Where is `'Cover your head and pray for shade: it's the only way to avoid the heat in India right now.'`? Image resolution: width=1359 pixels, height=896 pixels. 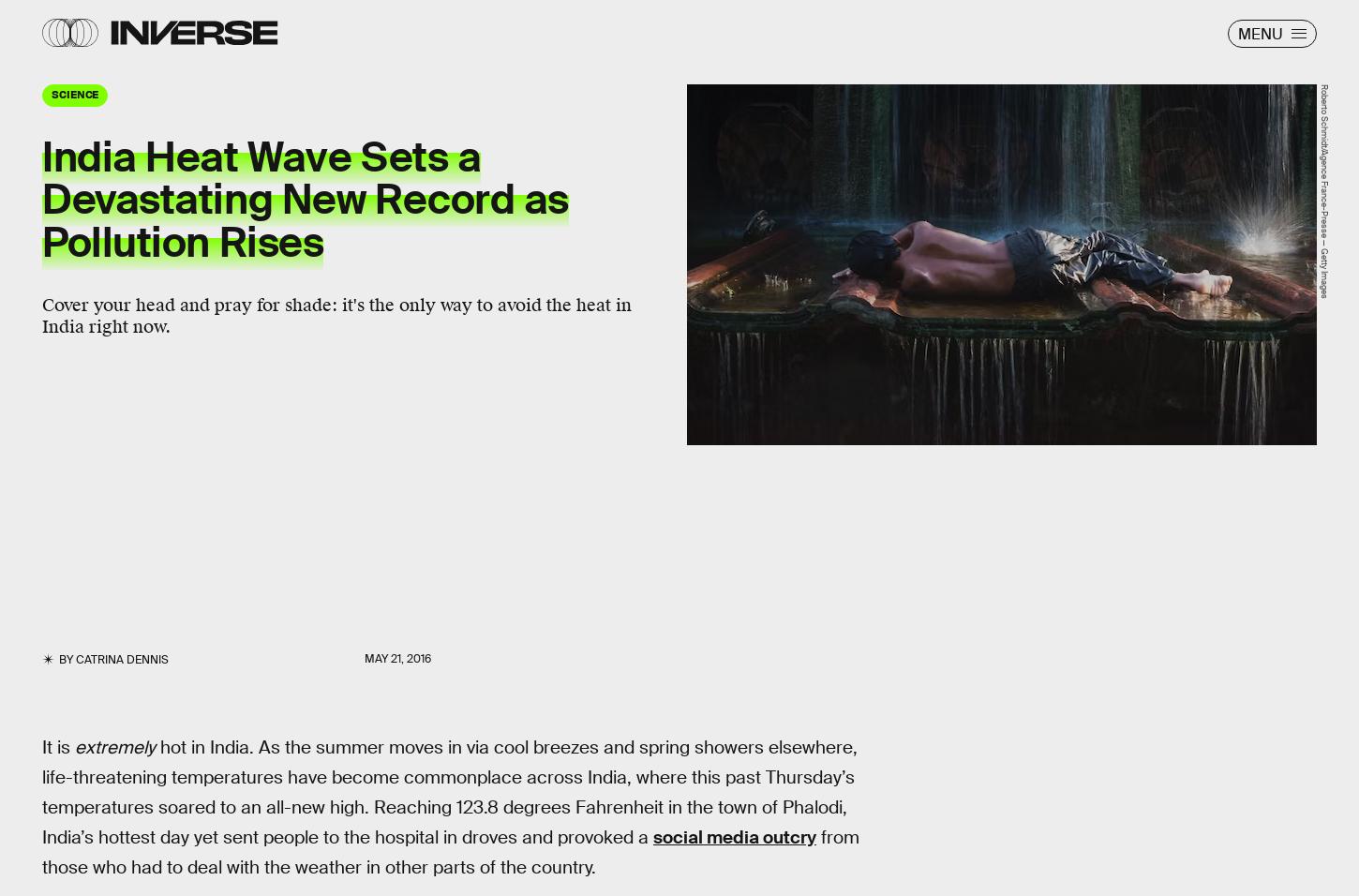 'Cover your head and pray for shade: it's the only way to avoid the heat in India right now.' is located at coordinates (336, 314).